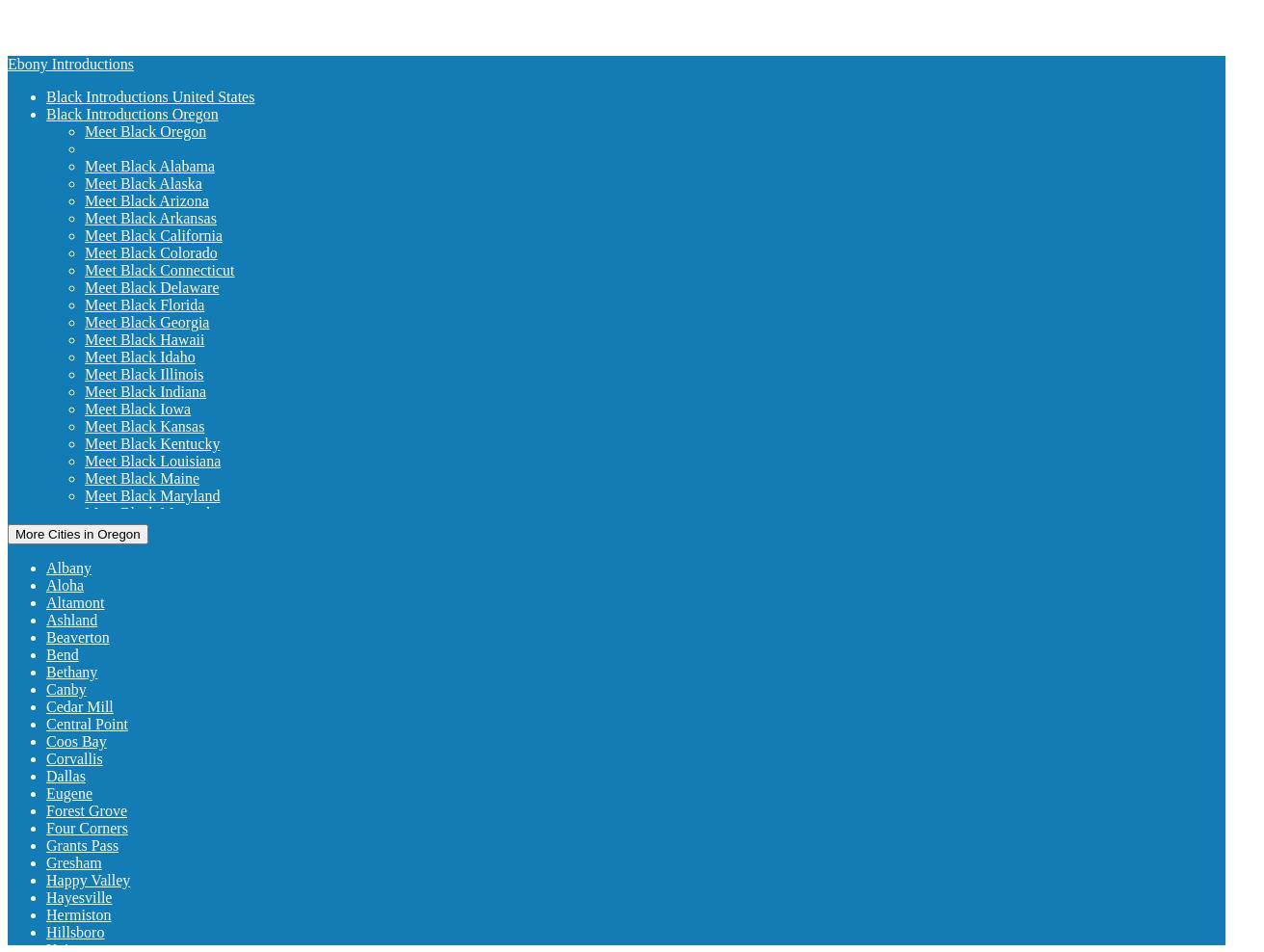  I want to click on 'Meet Black Kentucky', so click(85, 443).